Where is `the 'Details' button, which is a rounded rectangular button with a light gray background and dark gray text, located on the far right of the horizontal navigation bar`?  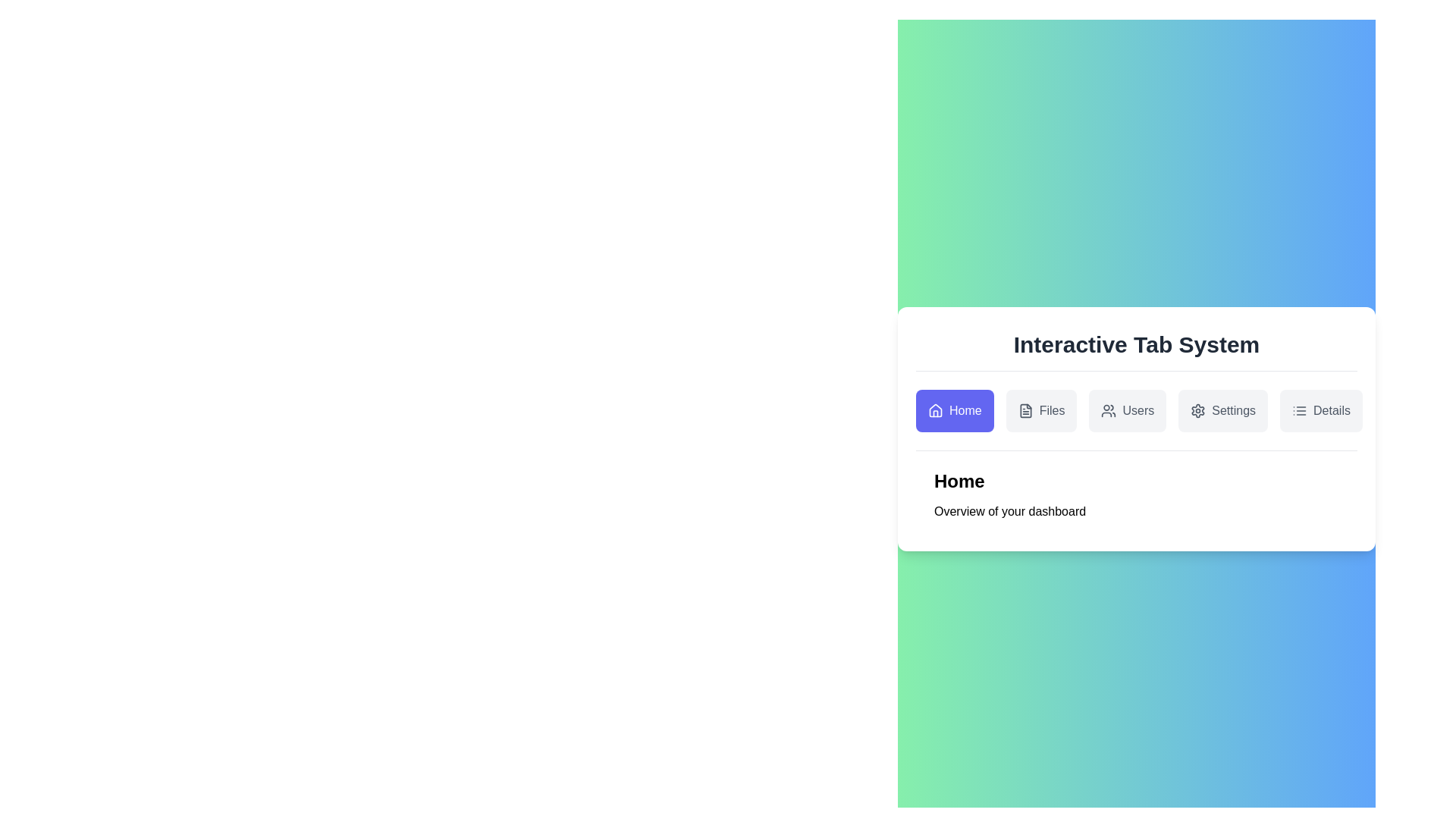
the 'Details' button, which is a rounded rectangular button with a light gray background and dark gray text, located on the far right of the horizontal navigation bar is located at coordinates (1320, 411).